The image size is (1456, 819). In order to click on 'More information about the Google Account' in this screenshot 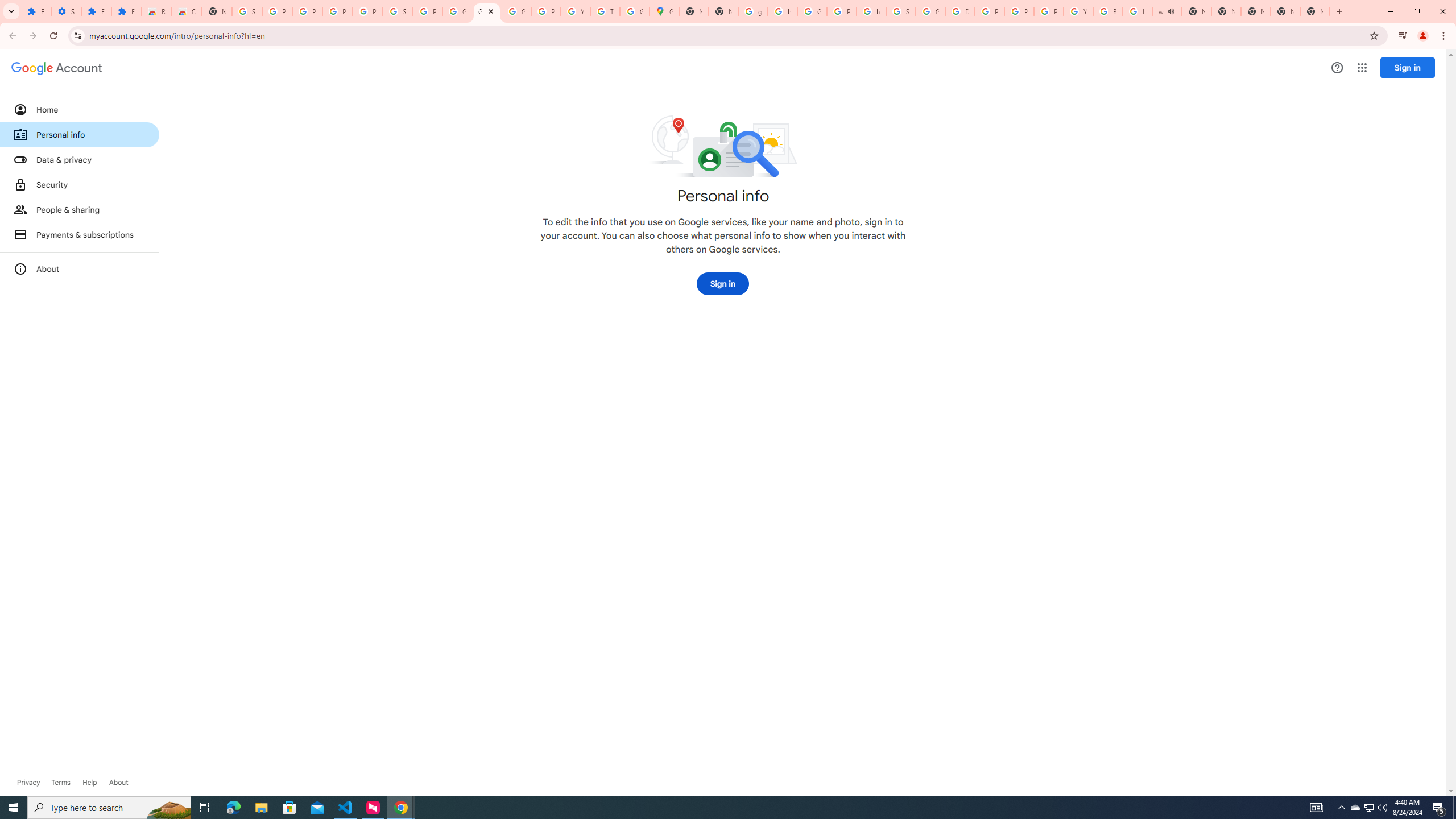, I will do `click(78, 268)`.